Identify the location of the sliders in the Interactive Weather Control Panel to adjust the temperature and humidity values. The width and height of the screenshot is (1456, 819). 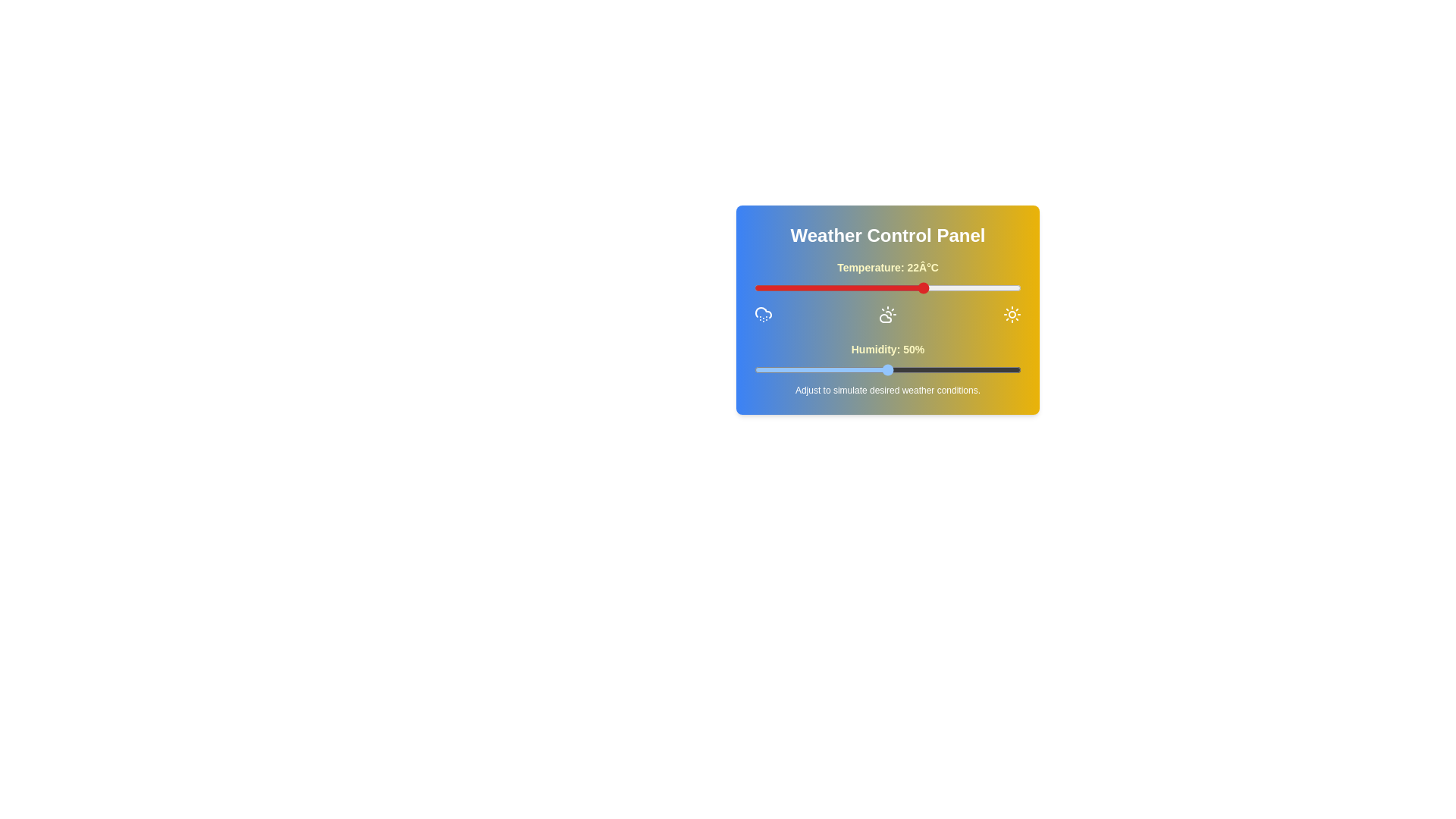
(888, 309).